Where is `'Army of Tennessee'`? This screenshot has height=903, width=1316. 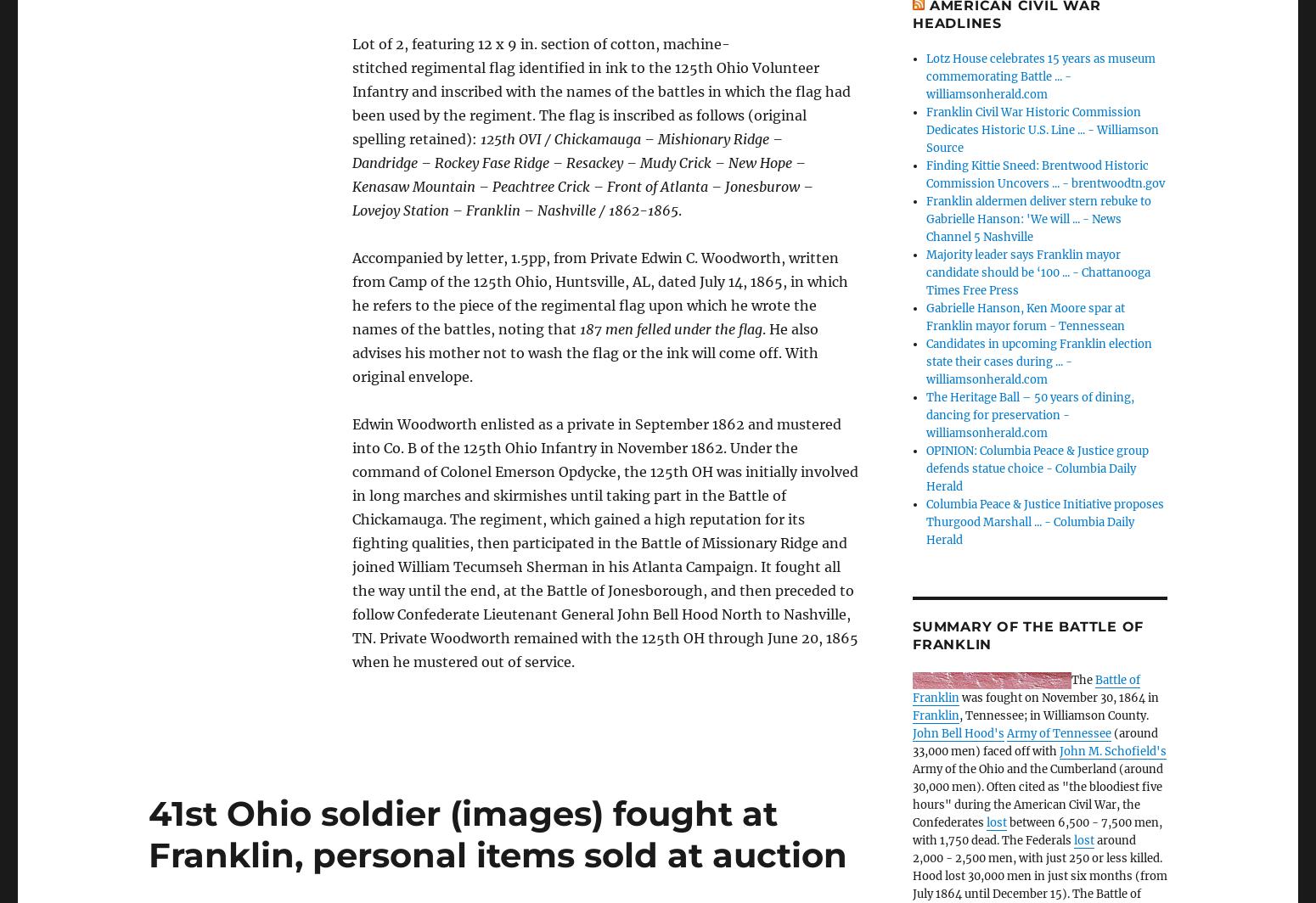
'Army of Tennessee' is located at coordinates (1058, 733).